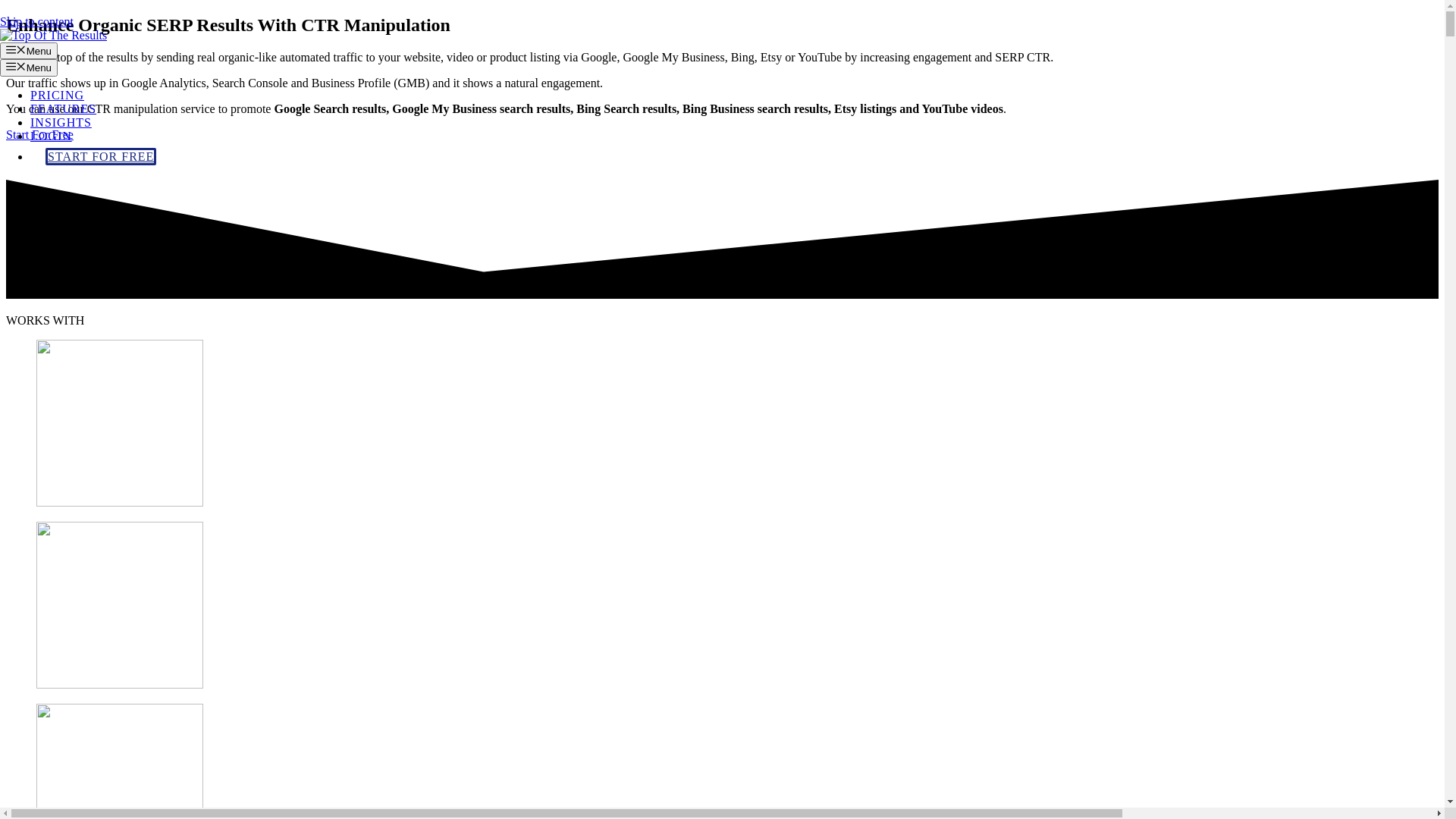  Describe the element at coordinates (62, 108) in the screenshot. I see `'FEATURES'` at that location.